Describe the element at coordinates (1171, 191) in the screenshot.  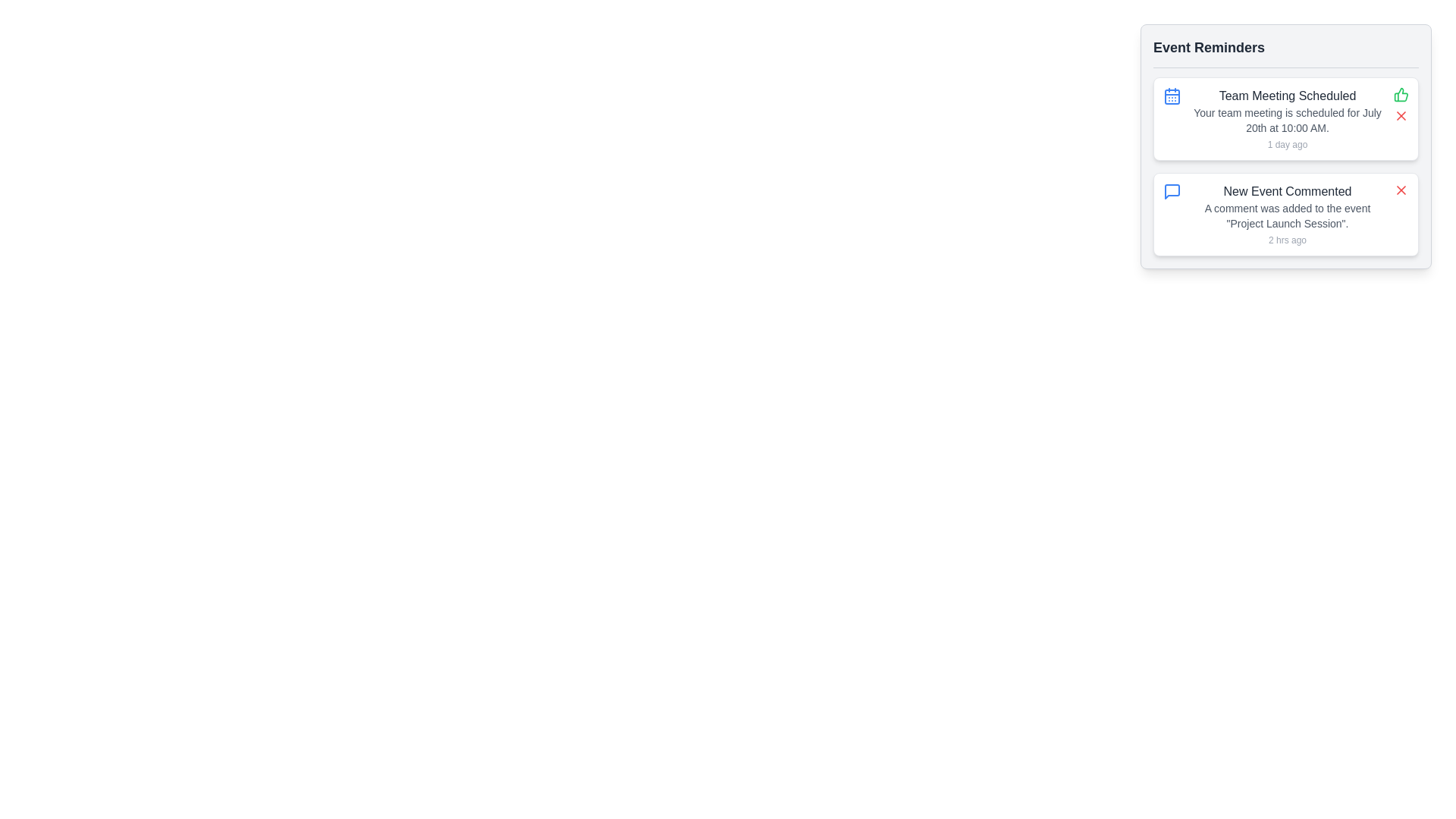
I see `the notification icon indicating a comment or message for the 'New Event Commented' notification located at the top-left corner of its block` at that location.